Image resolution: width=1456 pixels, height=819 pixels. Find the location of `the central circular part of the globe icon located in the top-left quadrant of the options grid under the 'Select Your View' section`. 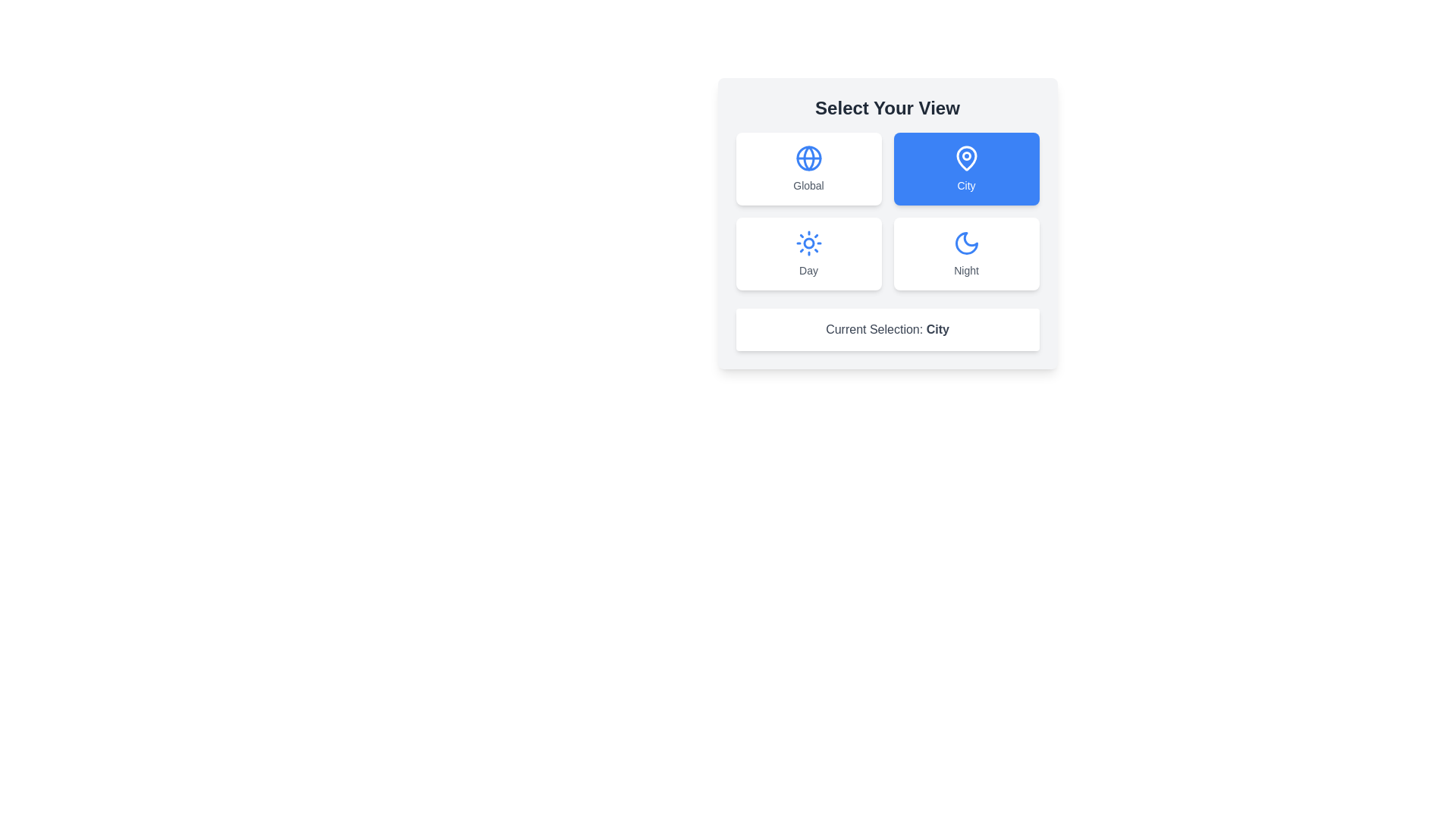

the central circular part of the globe icon located in the top-left quadrant of the options grid under the 'Select Your View' section is located at coordinates (808, 158).